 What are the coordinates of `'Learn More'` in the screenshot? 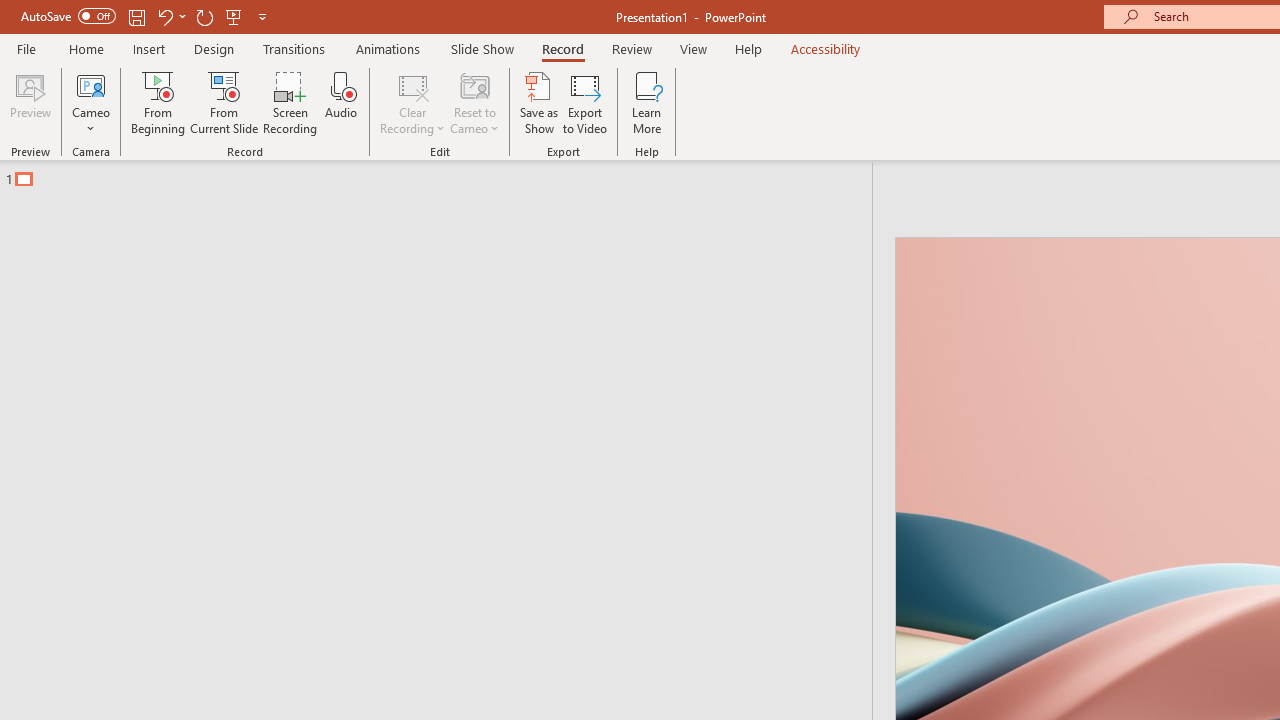 It's located at (647, 103).